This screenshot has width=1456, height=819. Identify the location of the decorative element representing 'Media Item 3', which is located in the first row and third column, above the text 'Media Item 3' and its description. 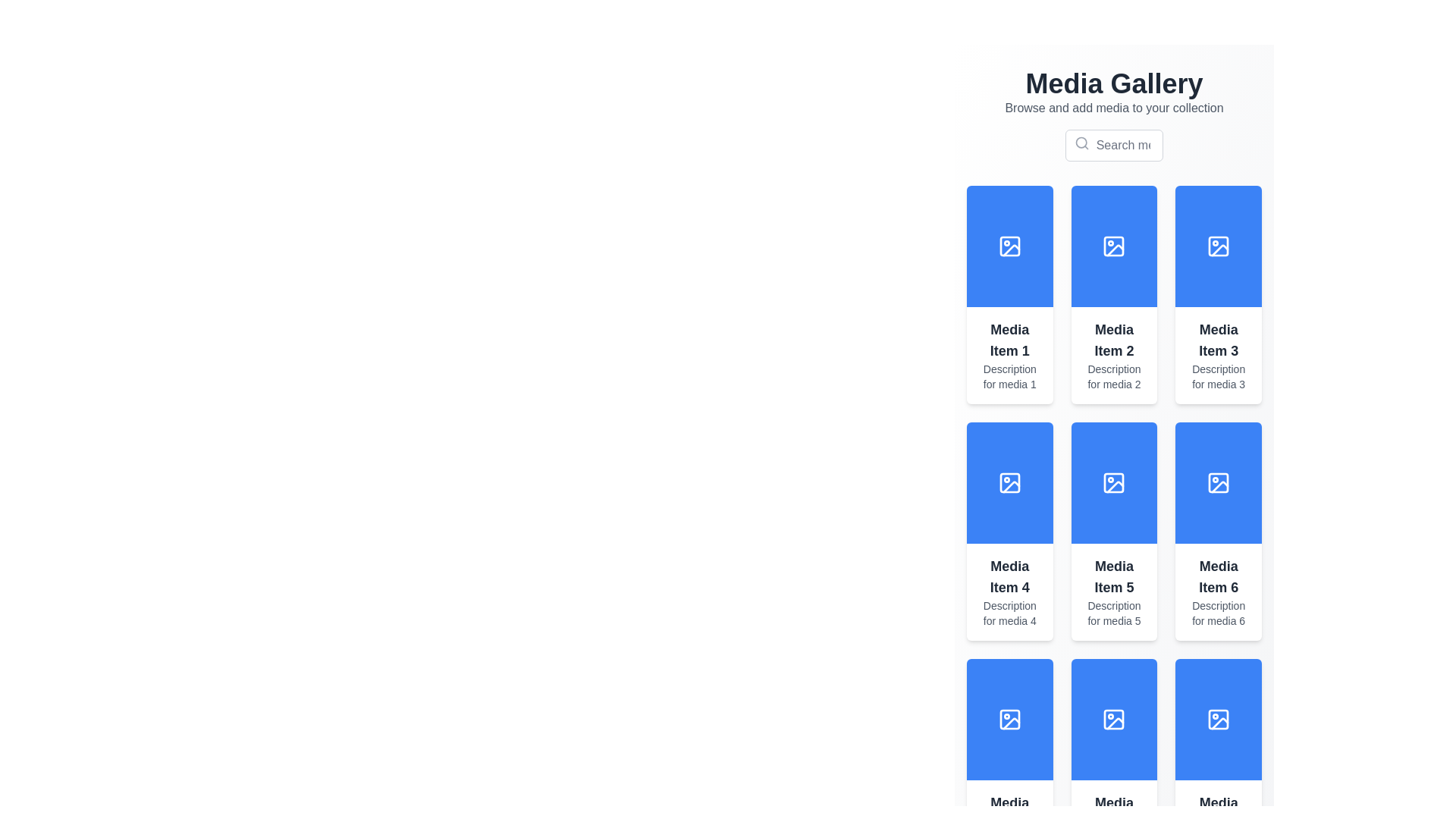
(1219, 245).